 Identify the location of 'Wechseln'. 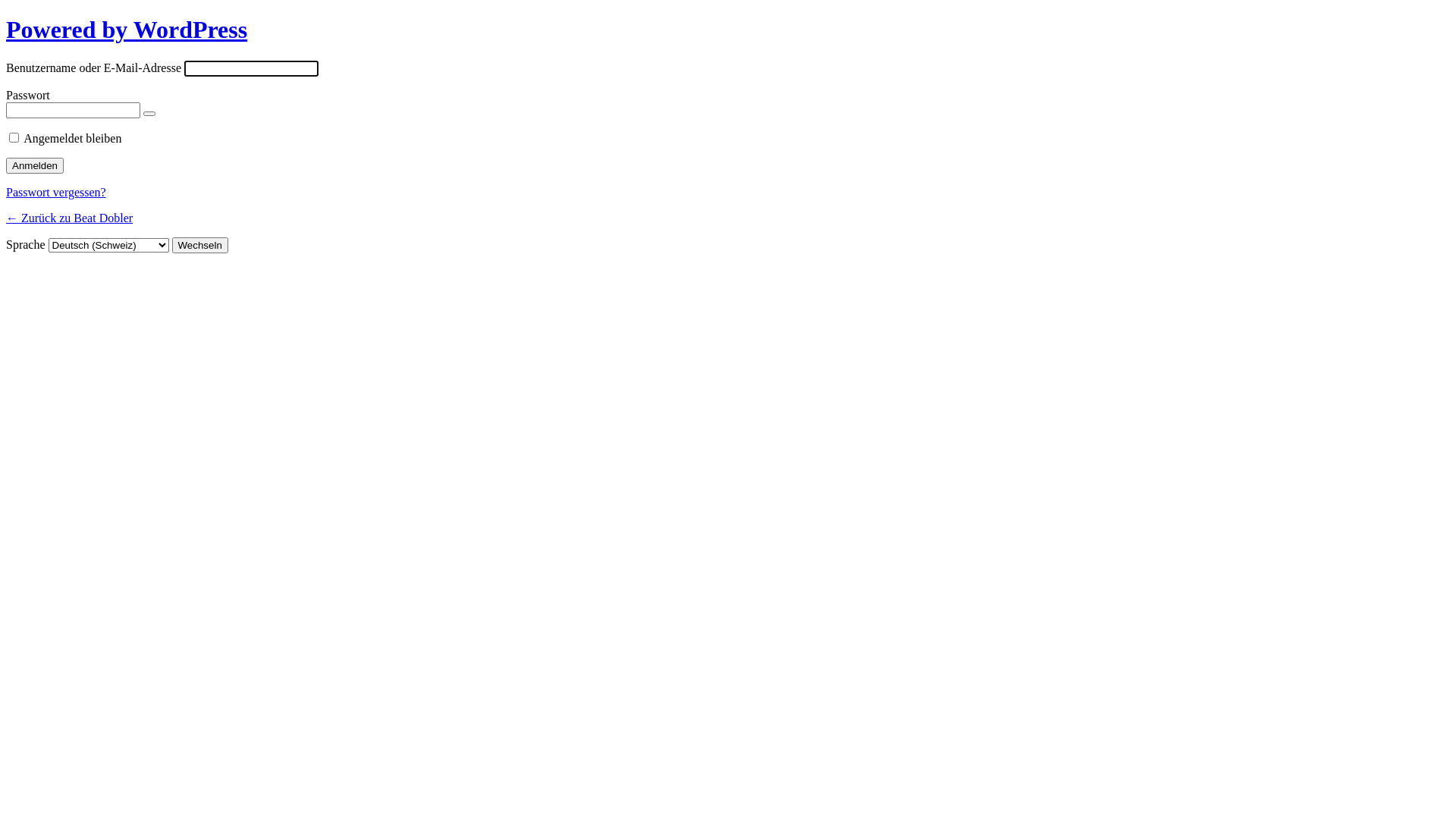
(199, 244).